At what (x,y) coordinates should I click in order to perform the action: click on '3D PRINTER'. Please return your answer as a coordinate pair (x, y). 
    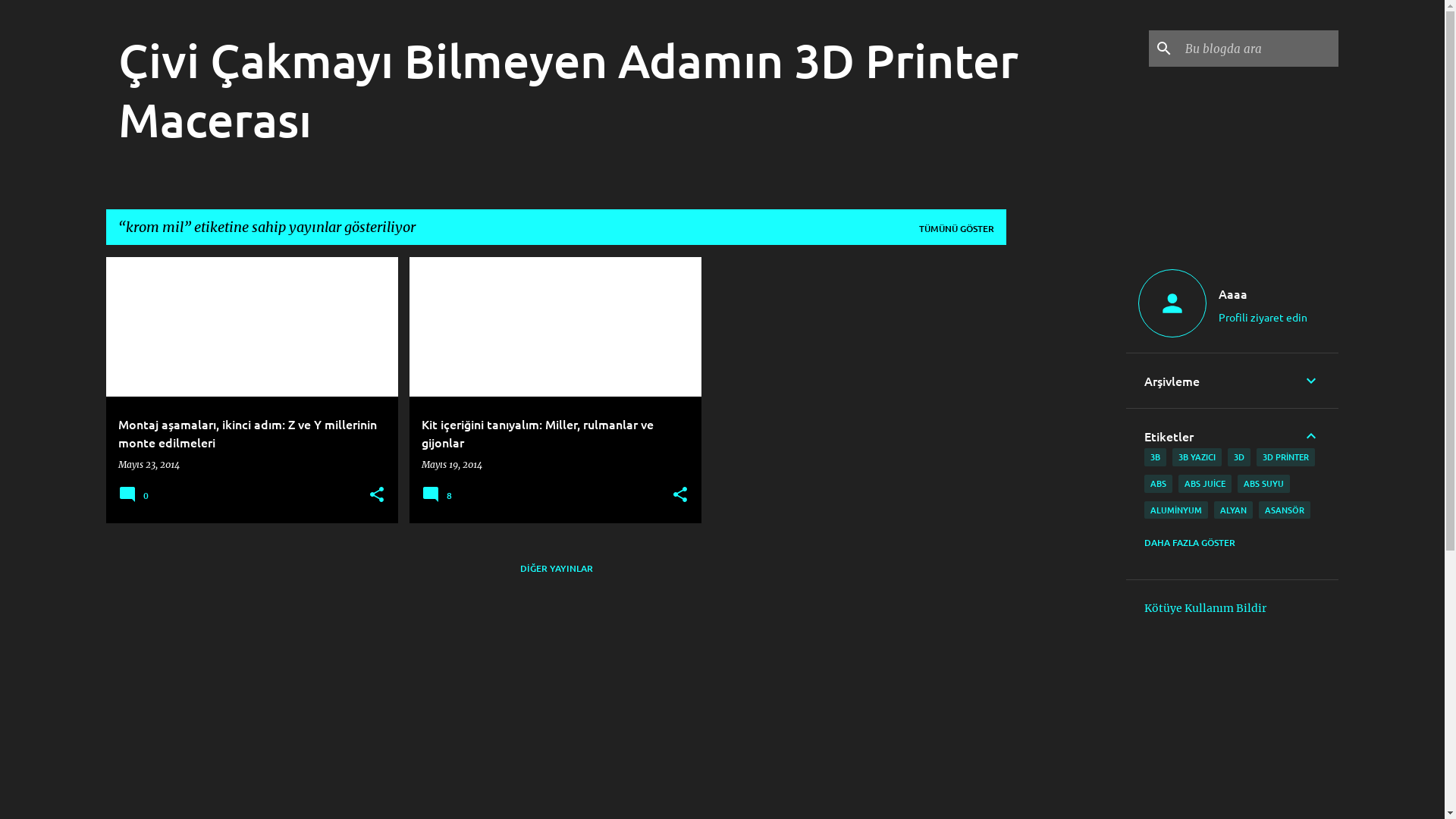
    Looking at the image, I should click on (1285, 456).